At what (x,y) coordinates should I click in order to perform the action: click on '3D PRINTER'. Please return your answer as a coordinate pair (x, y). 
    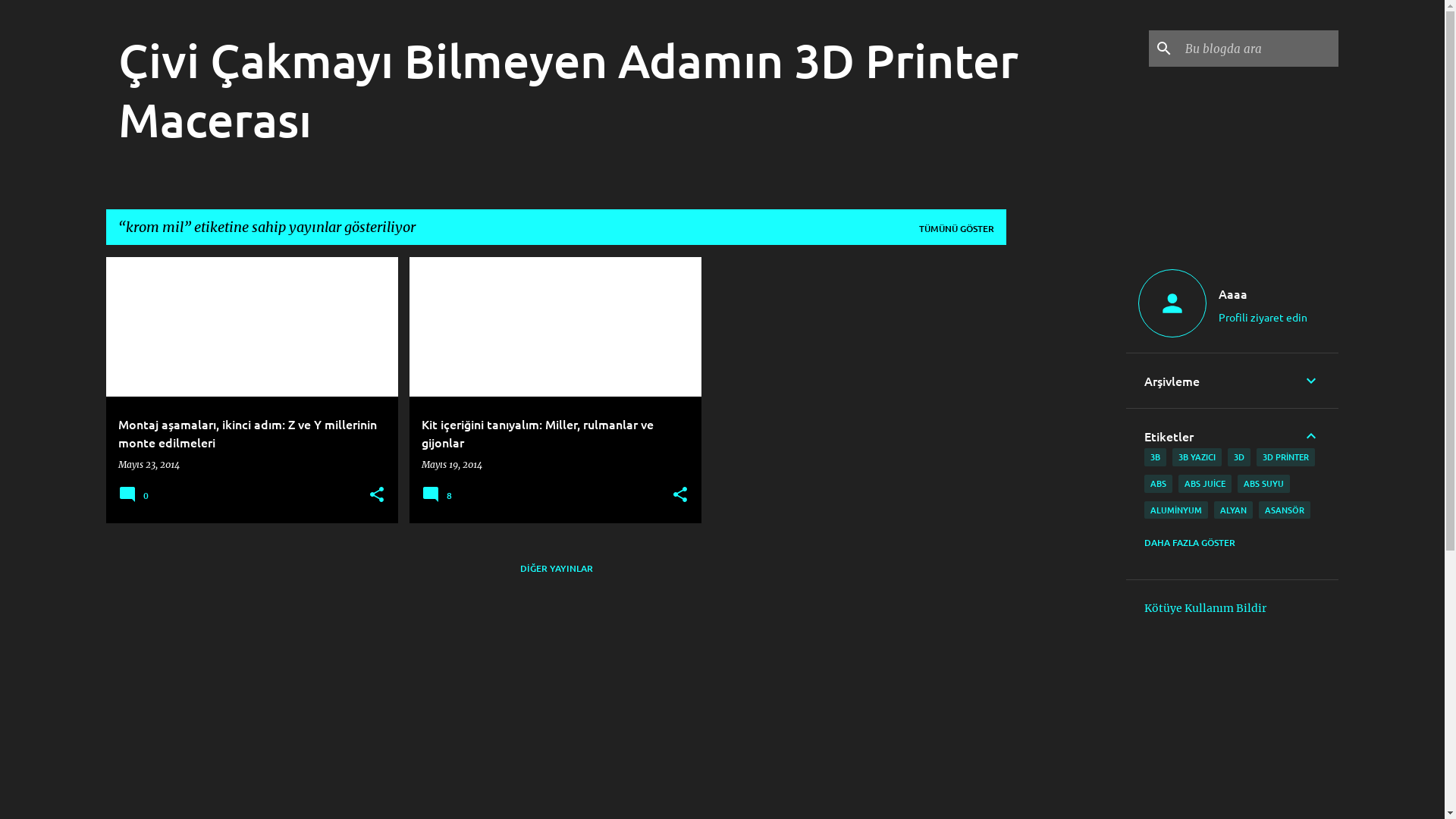
    Looking at the image, I should click on (1285, 456).